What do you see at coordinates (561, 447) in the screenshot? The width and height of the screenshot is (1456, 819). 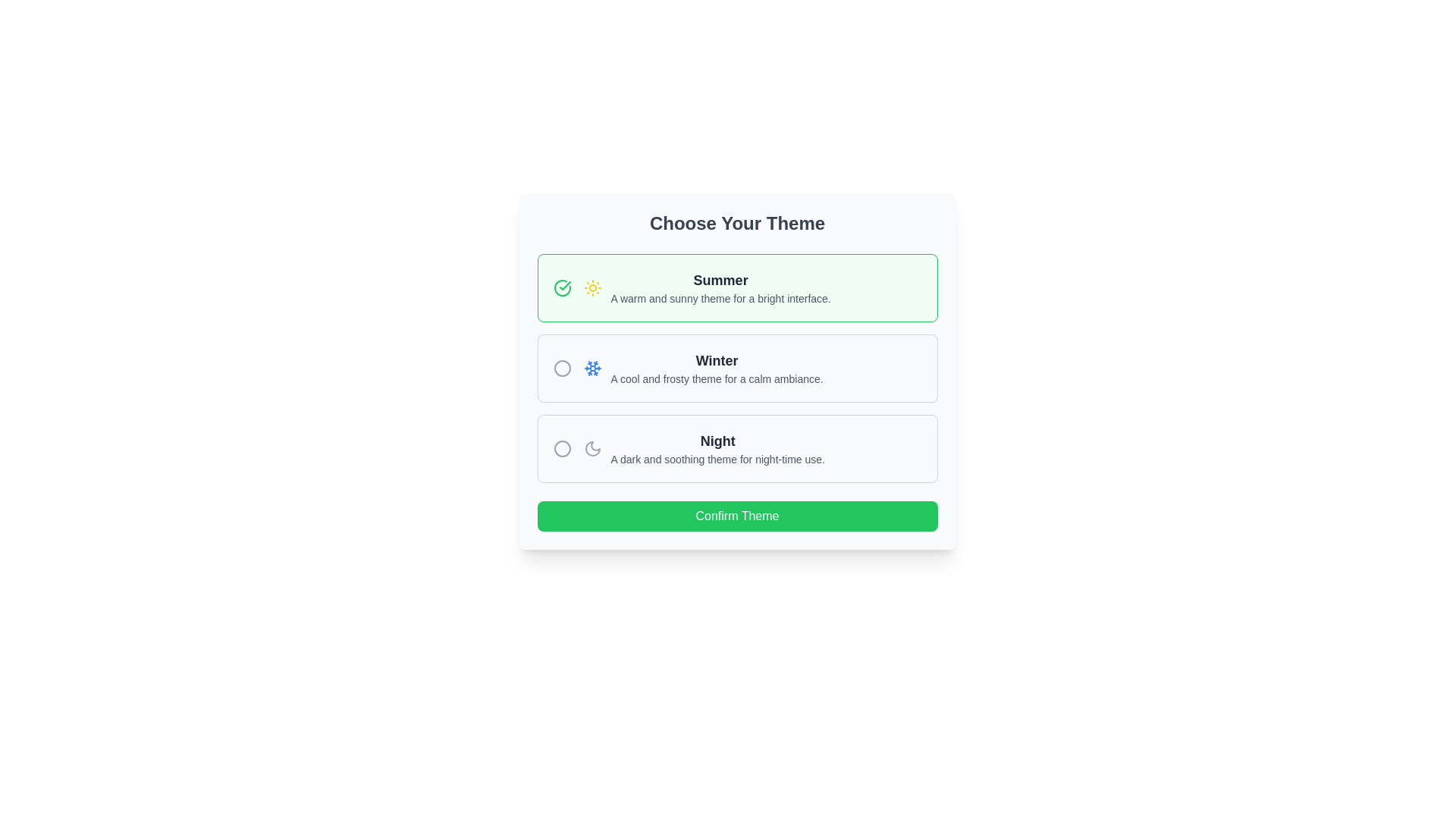 I see `the unselected radio button for the 'Night' option, which is represented as a circle icon with a gray outline, located adjacent to the moon icon and the descriptive text of 'Night'` at bounding box center [561, 447].